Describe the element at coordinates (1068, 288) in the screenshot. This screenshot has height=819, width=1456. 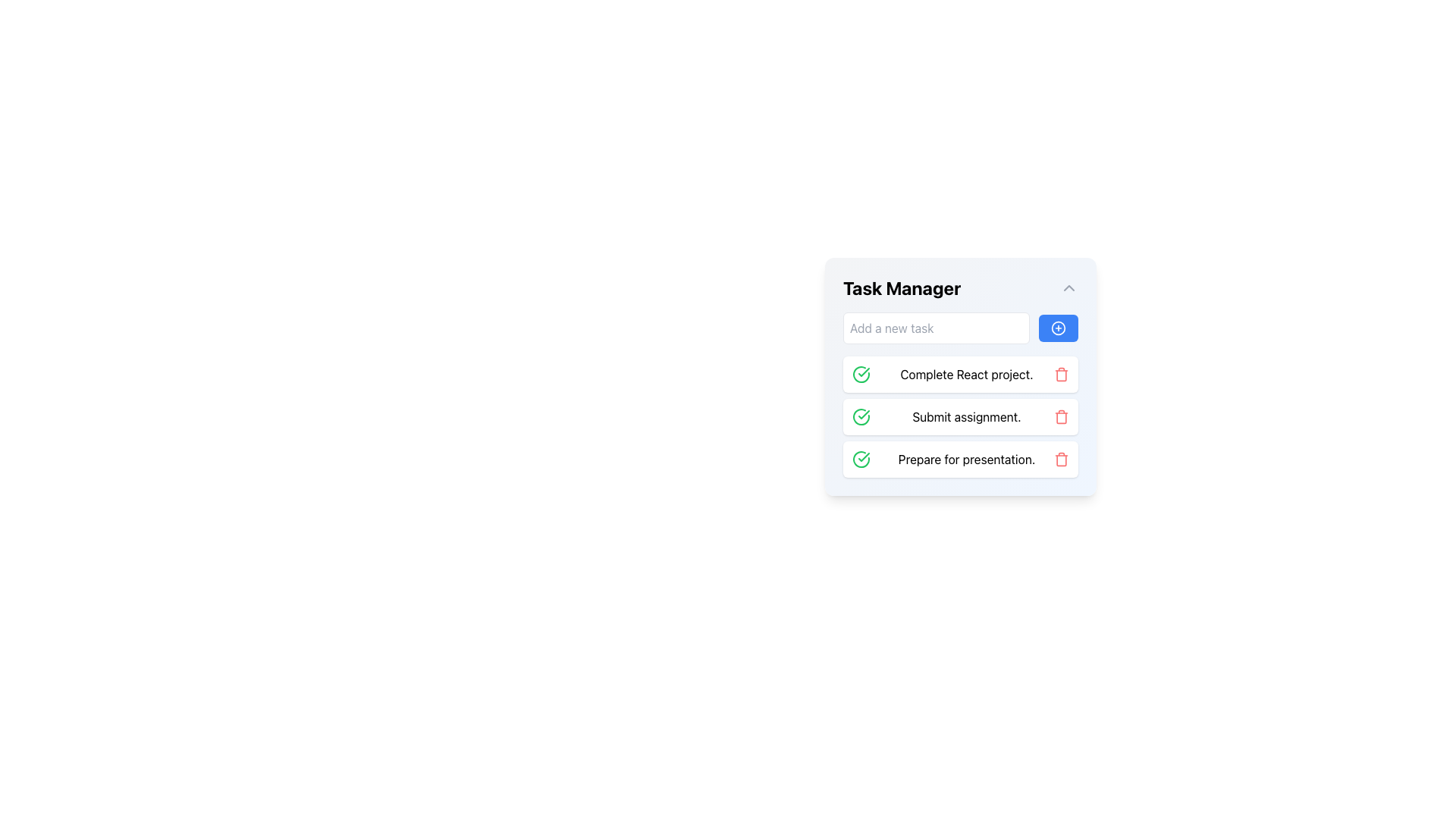
I see `the collapsible toggle button located at the top-right corner of the 'Task Manager' panel, adjacent` at that location.